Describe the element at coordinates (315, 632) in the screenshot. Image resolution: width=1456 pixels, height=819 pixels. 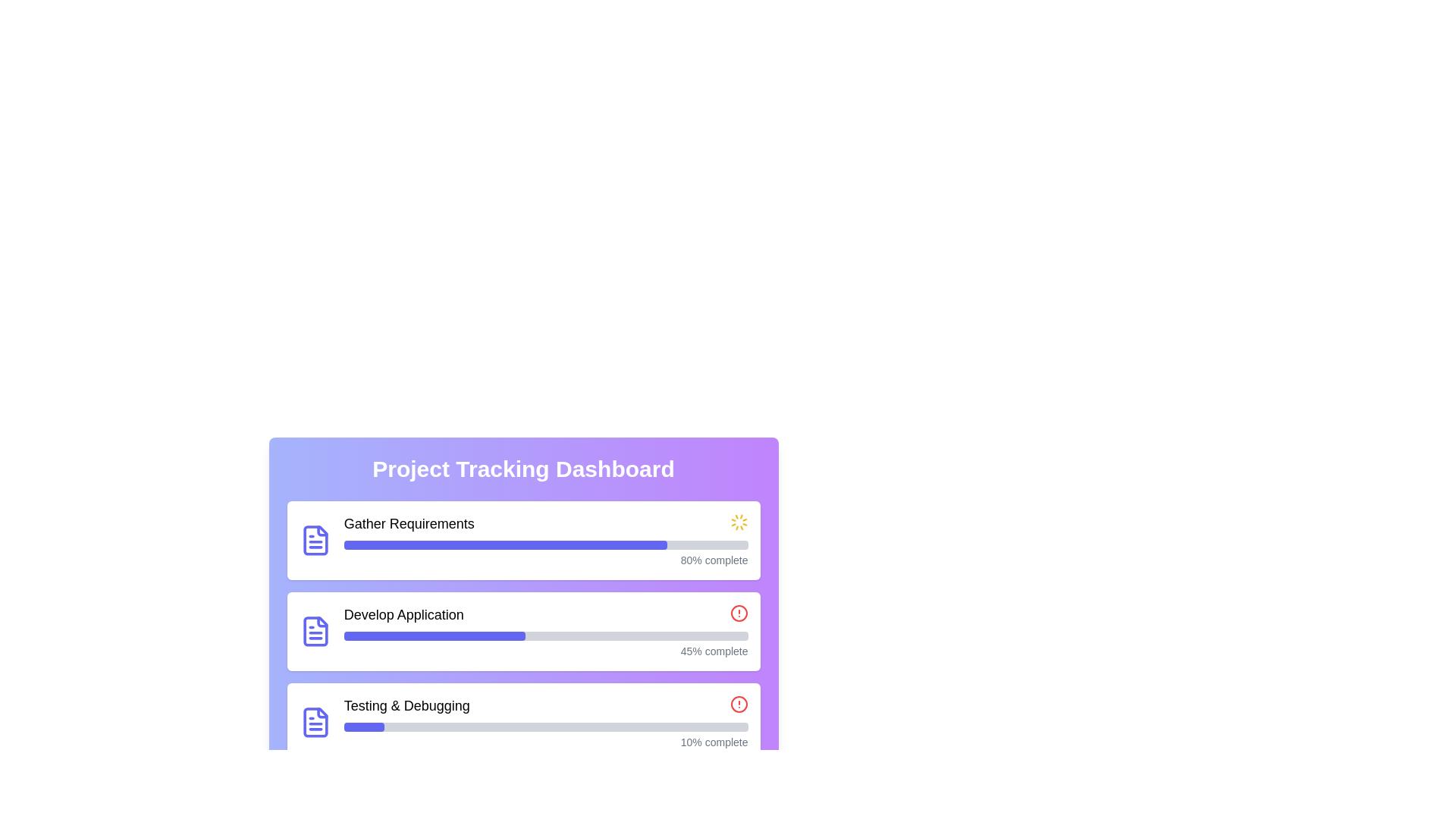
I see `the decorative SVG icon located in the second row of the vertical task progress list in the 'Project Tracking Dashboard', to the left of the 'Develop Application' label` at that location.